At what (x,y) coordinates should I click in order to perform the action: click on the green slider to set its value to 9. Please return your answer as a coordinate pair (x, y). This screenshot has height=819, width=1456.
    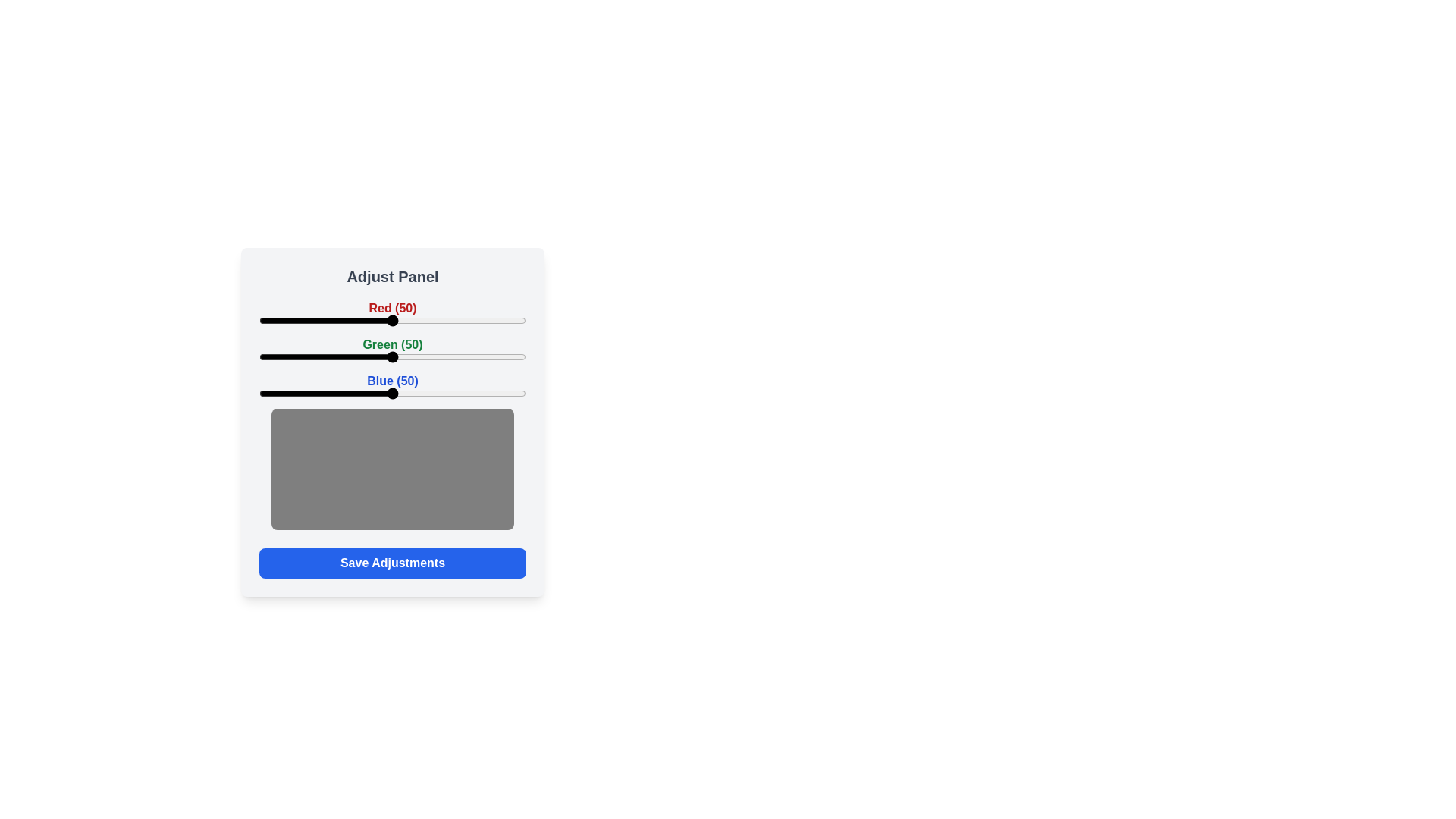
    Looking at the image, I should click on (283, 356).